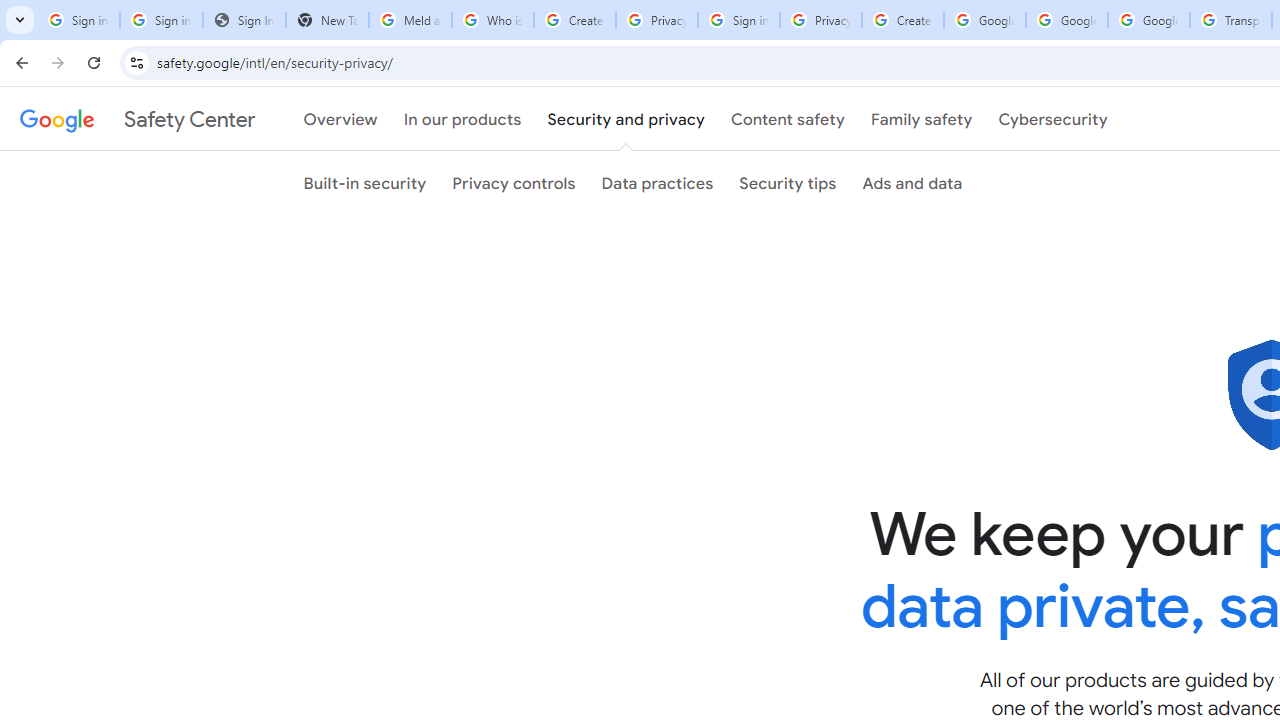 This screenshot has height=720, width=1280. Describe the element at coordinates (136, 119) in the screenshot. I see `'Safety Center'` at that location.